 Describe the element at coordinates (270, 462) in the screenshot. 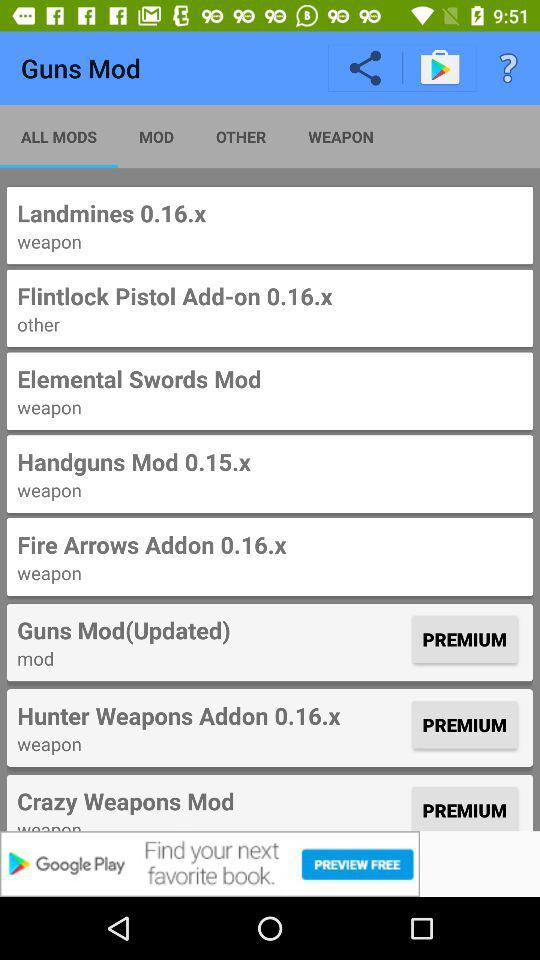

I see `handguns mod 015x` at that location.